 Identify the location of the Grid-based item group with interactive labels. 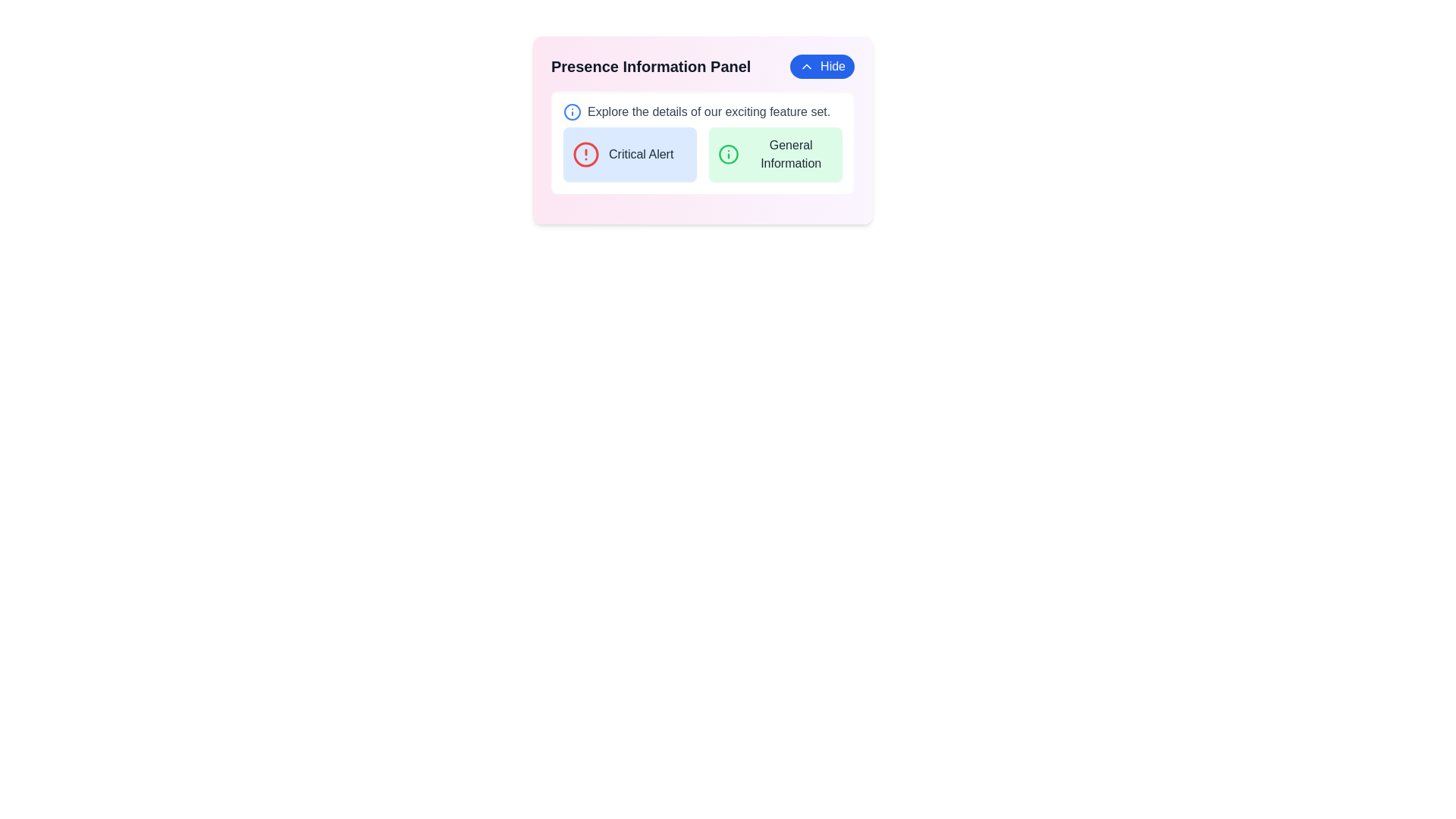
(701, 155).